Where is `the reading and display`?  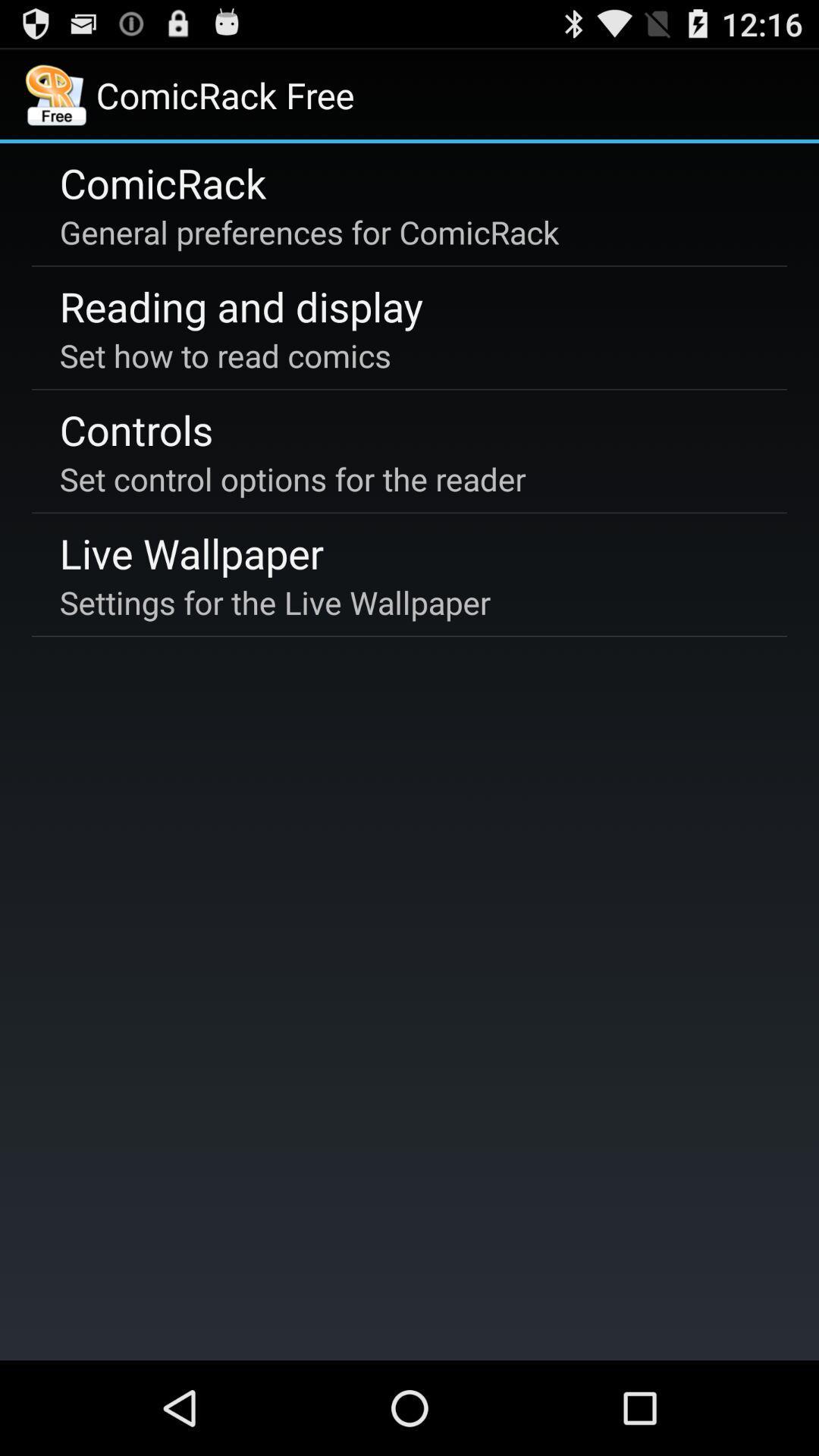
the reading and display is located at coordinates (240, 305).